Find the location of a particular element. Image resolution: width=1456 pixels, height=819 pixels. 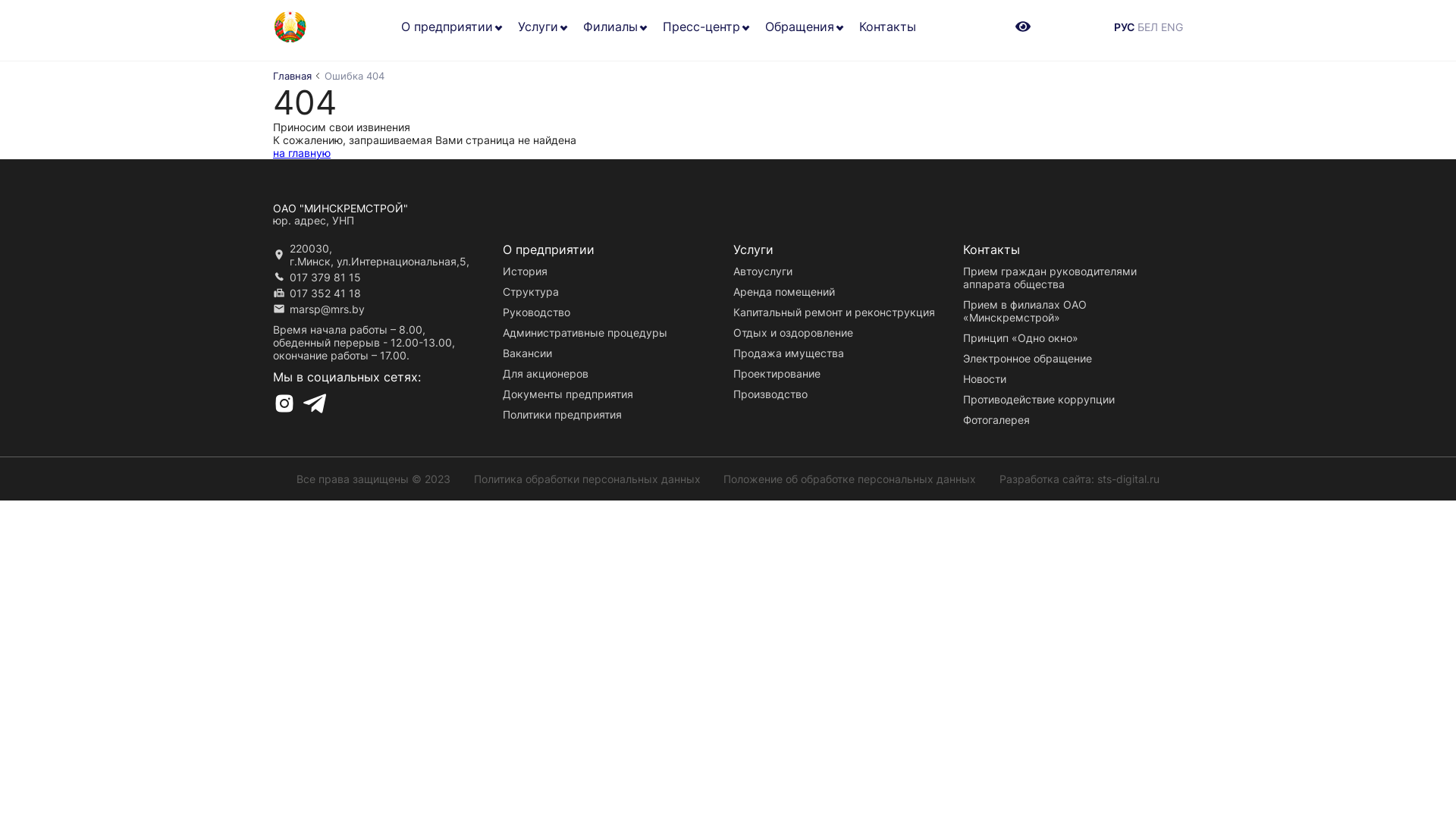

'marsp@mrs.by' is located at coordinates (326, 308).